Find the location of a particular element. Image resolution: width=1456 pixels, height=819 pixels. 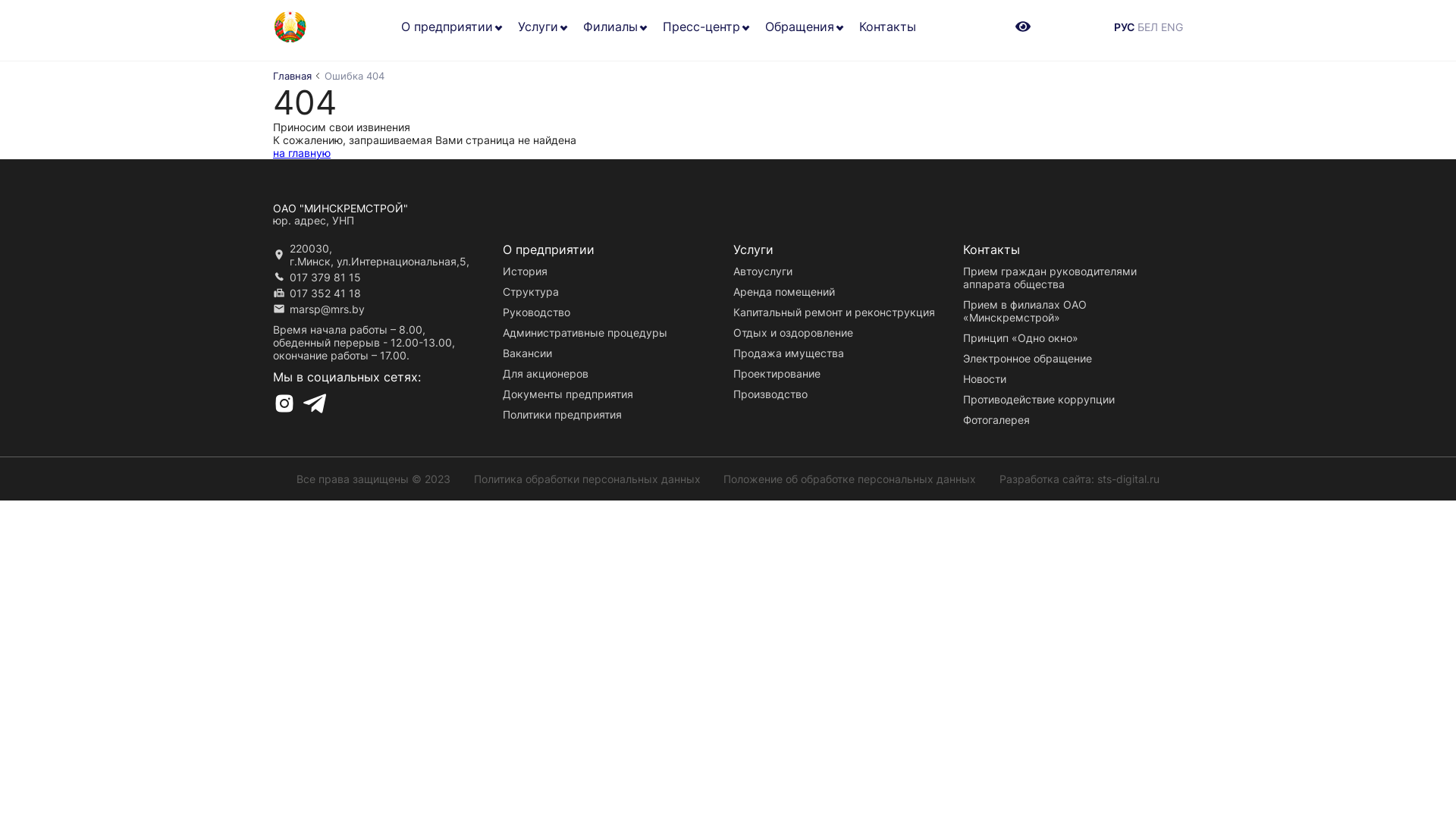

'marsp@mrs.by' is located at coordinates (326, 308).